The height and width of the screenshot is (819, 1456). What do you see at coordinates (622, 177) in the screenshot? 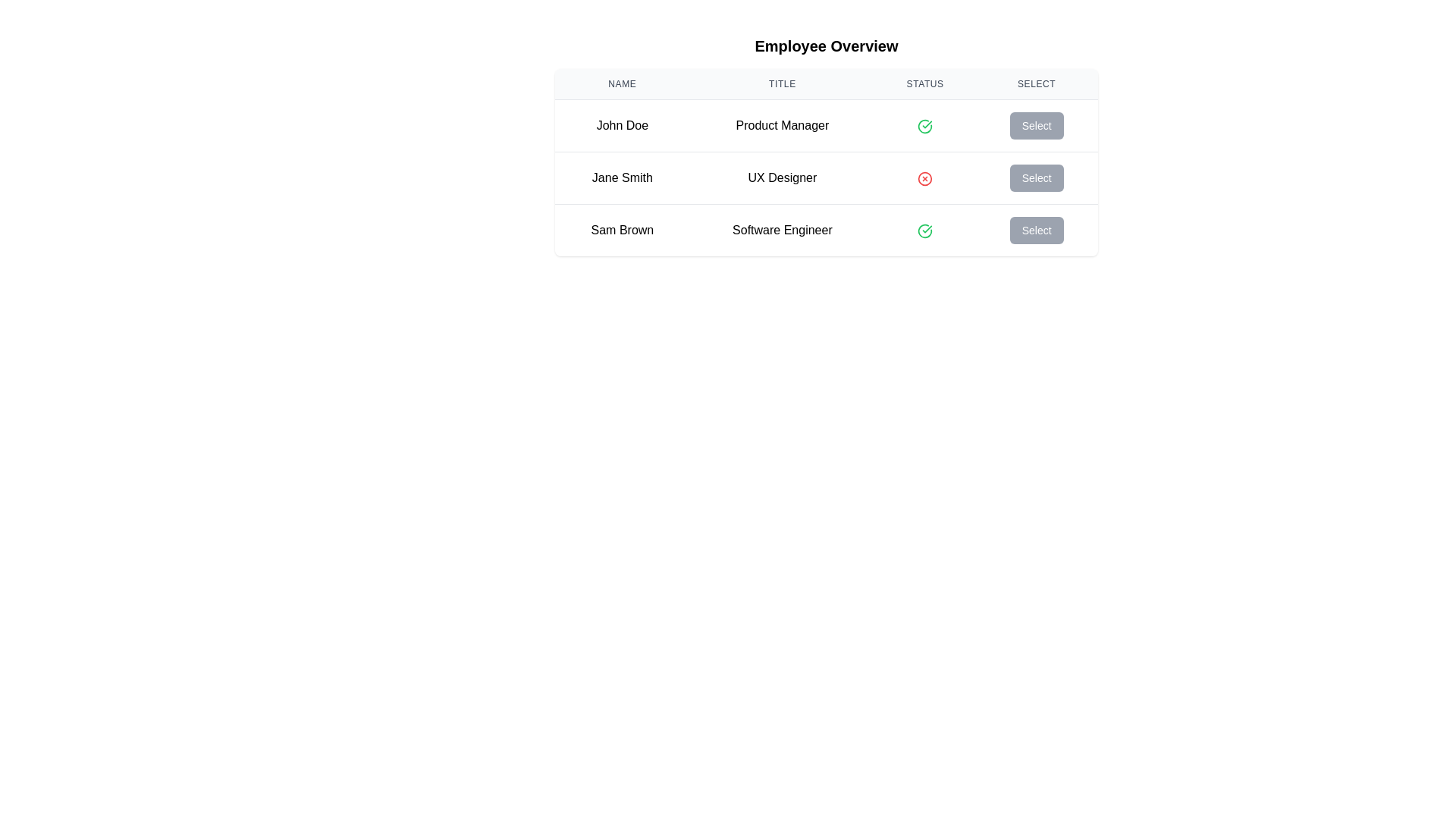
I see `the Table Cell displaying 'Jane Smith'` at bounding box center [622, 177].